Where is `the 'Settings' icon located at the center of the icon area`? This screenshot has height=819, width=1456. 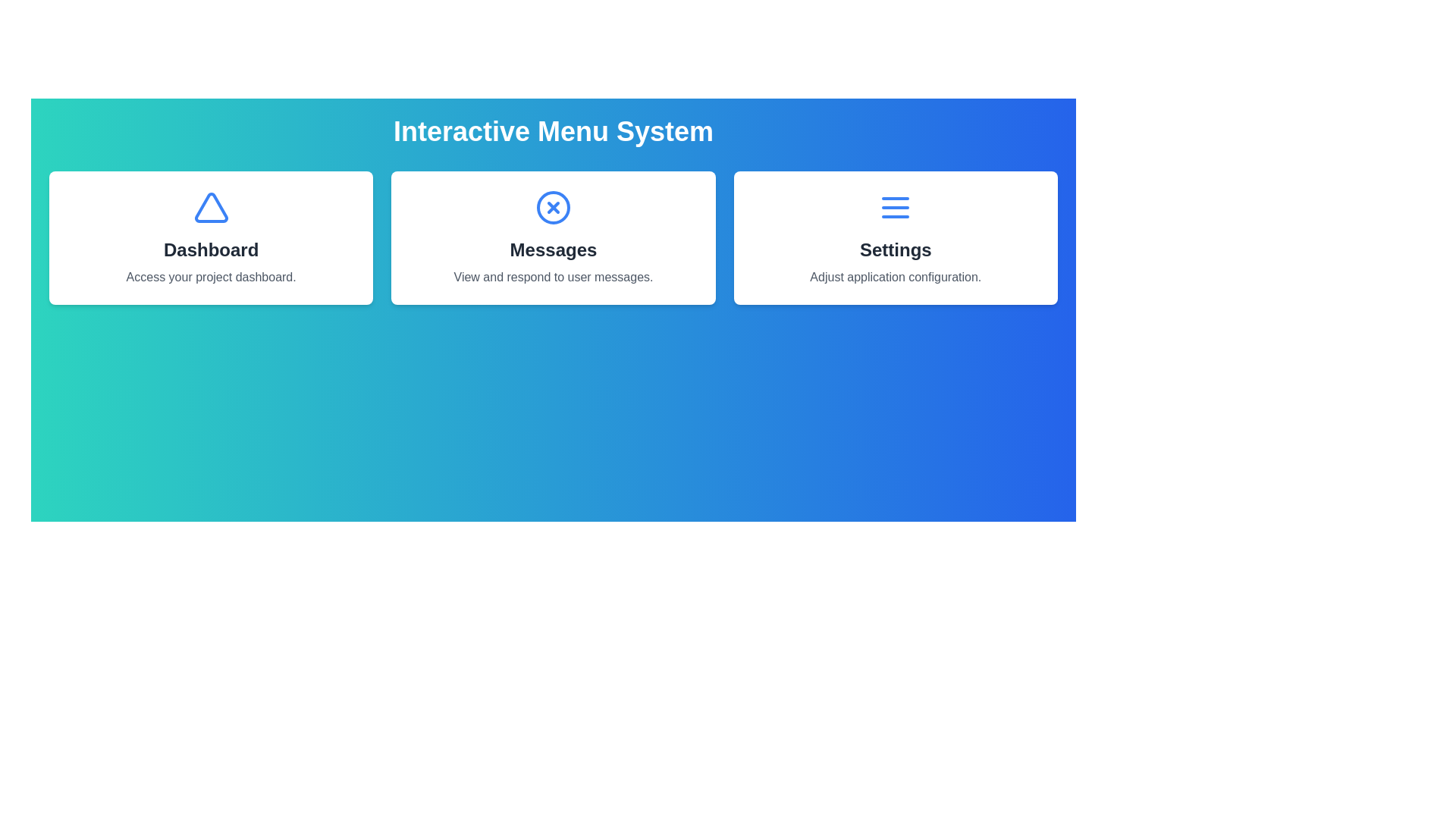
the 'Settings' icon located at the center of the icon area is located at coordinates (896, 207).